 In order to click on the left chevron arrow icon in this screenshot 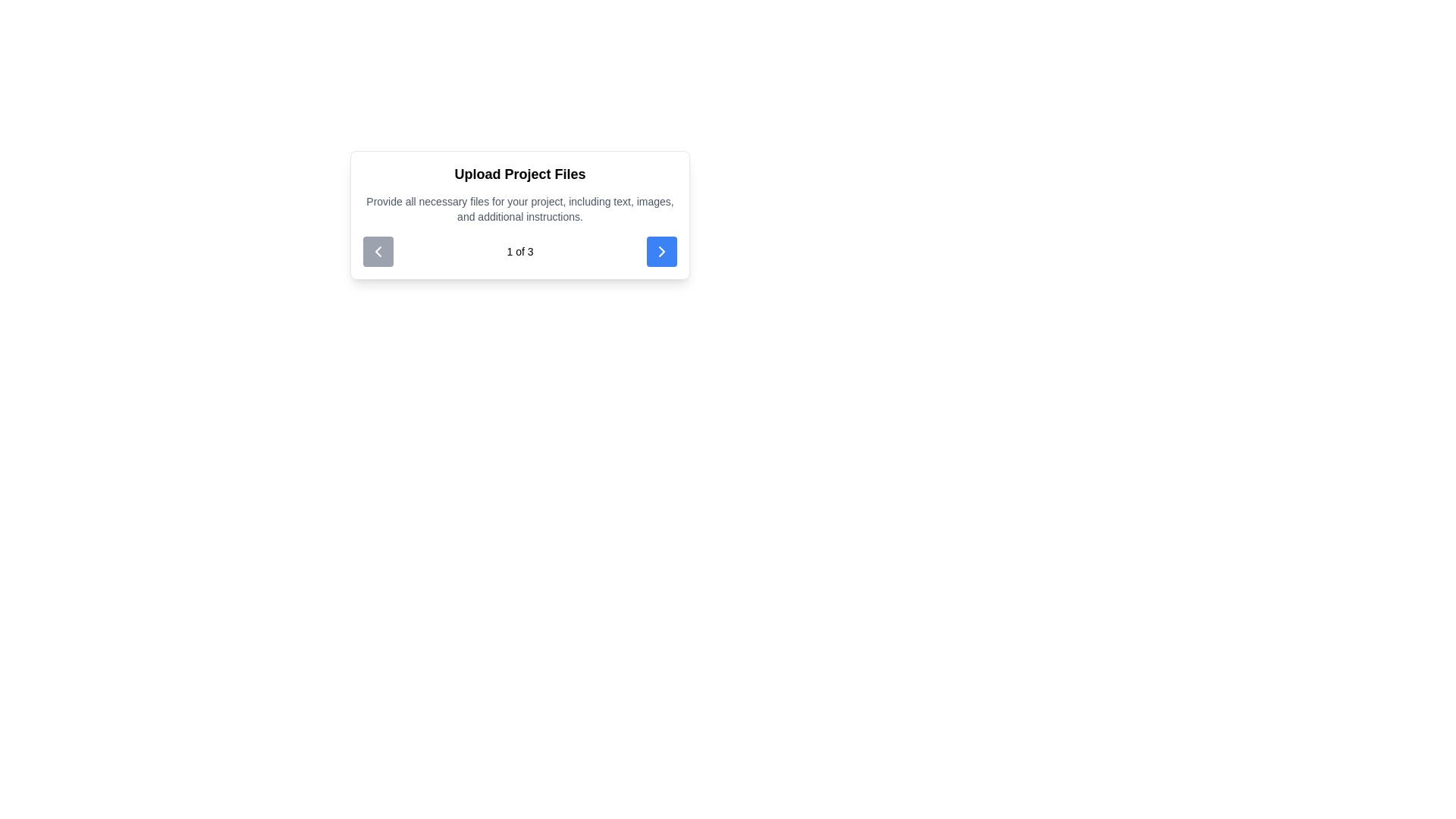, I will do `click(378, 250)`.